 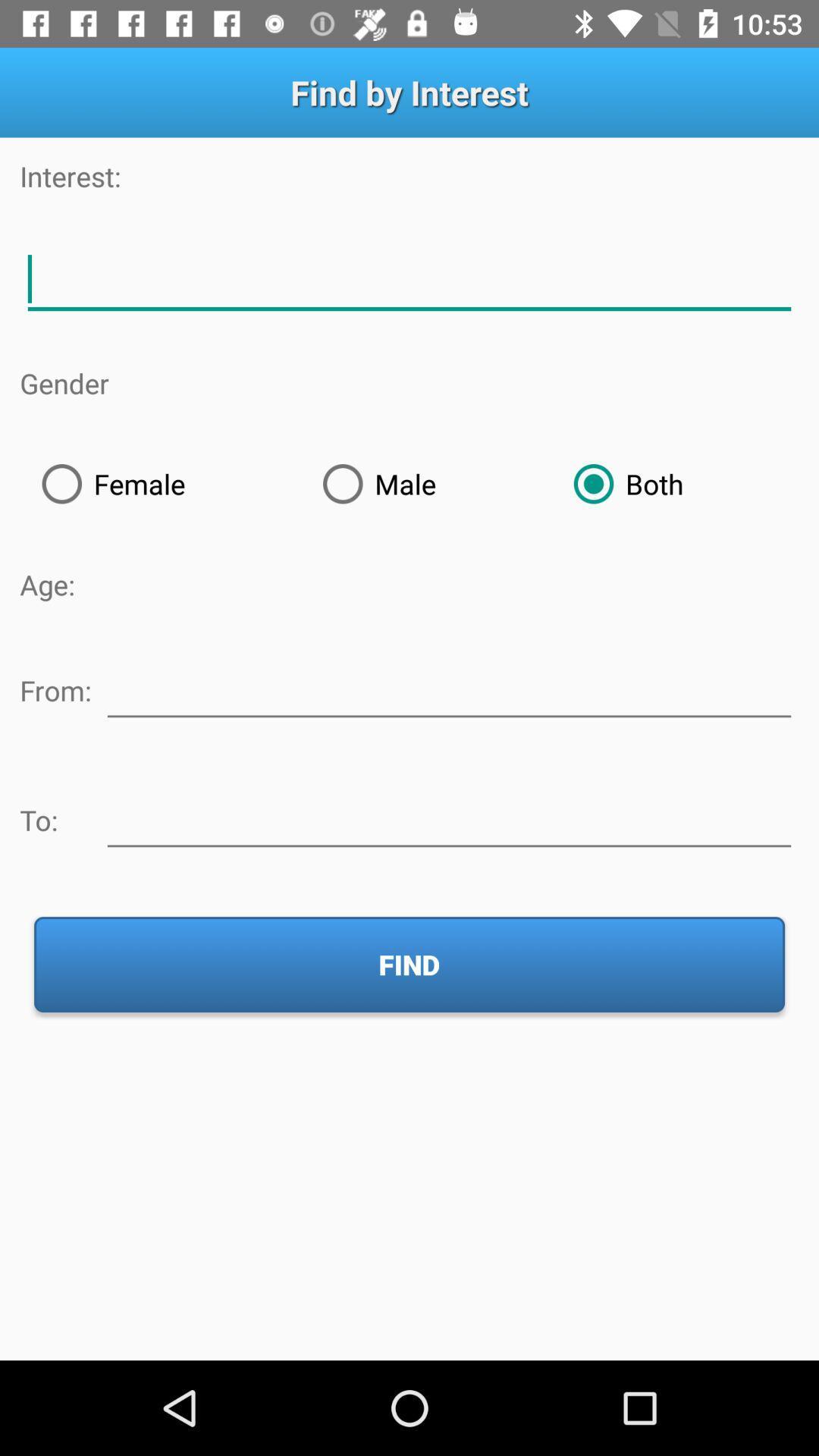 What do you see at coordinates (409, 280) in the screenshot?
I see `description of interest` at bounding box center [409, 280].